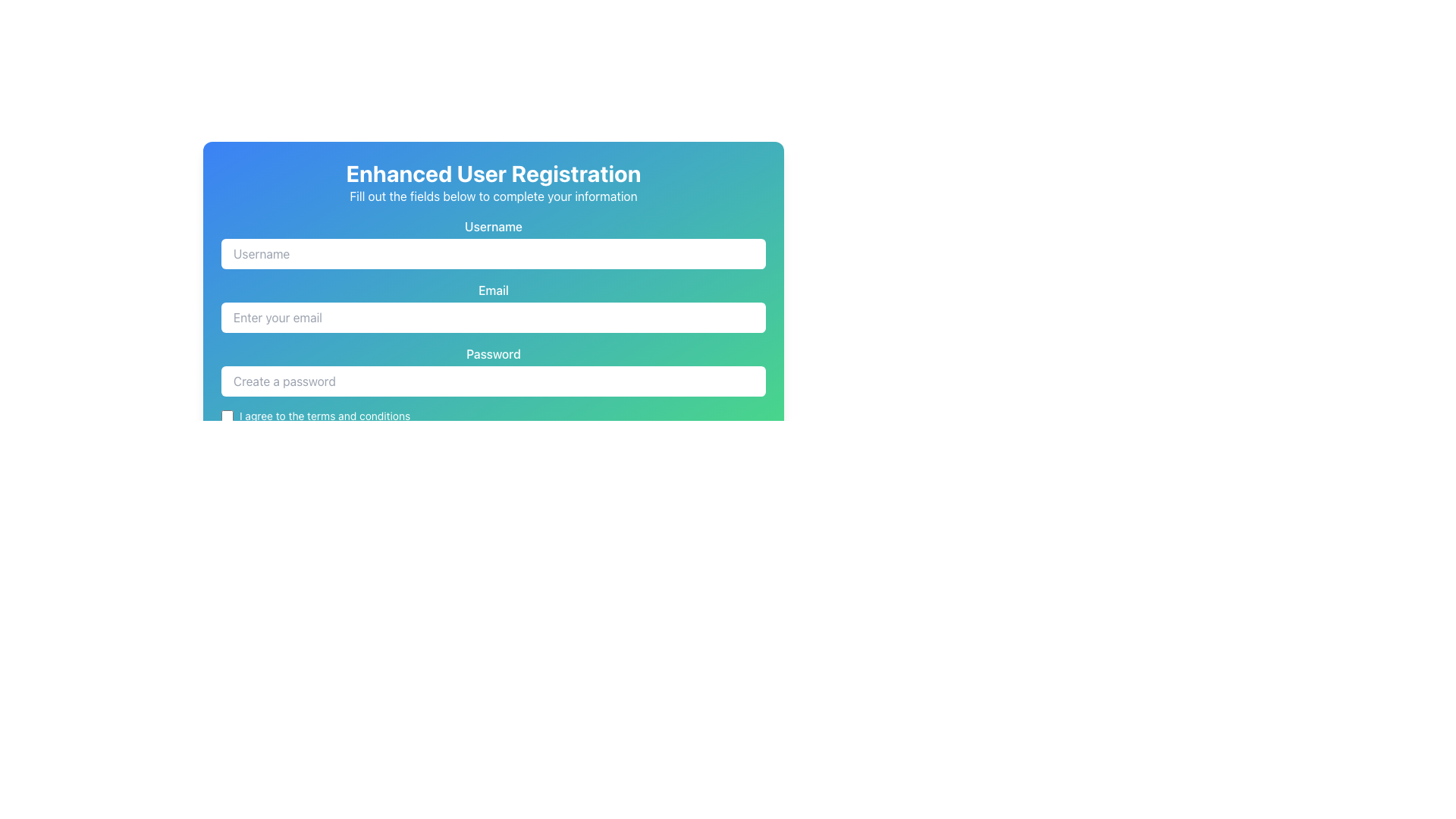  I want to click on the text label indicating the purpose of the email input field, positioned centrally above the input field with the placeholder 'Enter your email', so click(494, 290).